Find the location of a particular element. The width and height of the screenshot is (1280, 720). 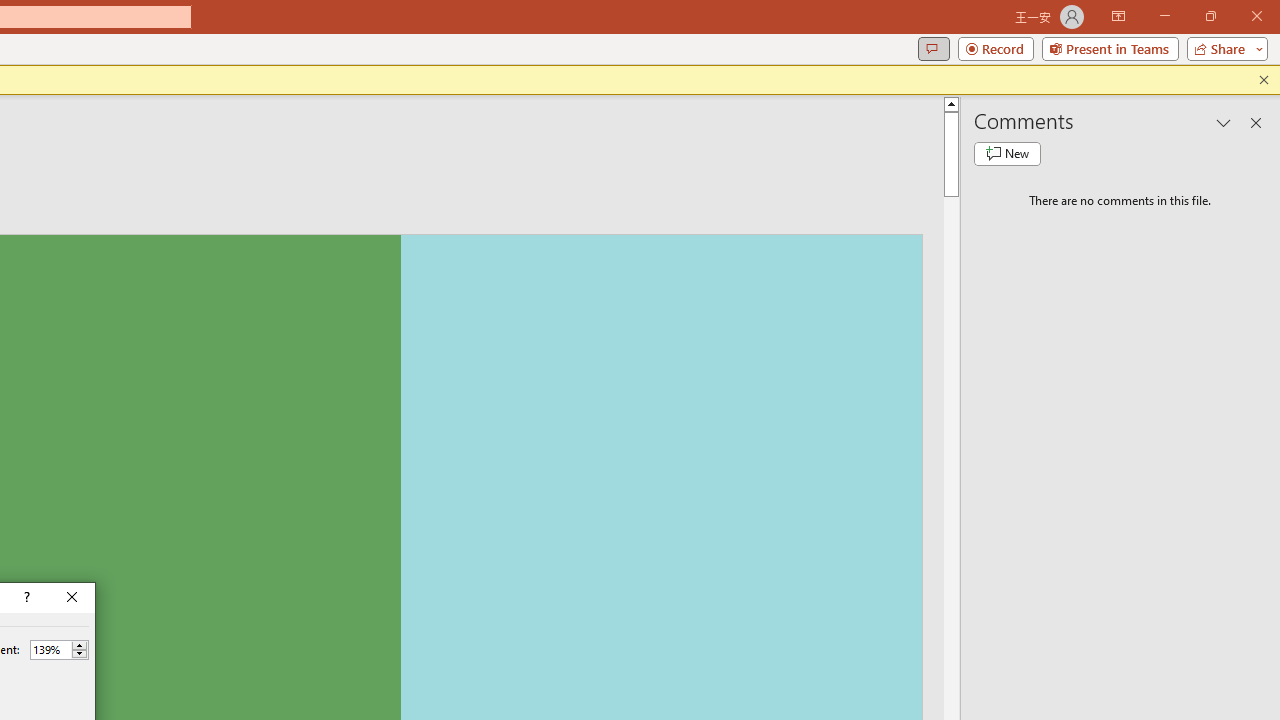

'Share' is located at coordinates (1222, 47).